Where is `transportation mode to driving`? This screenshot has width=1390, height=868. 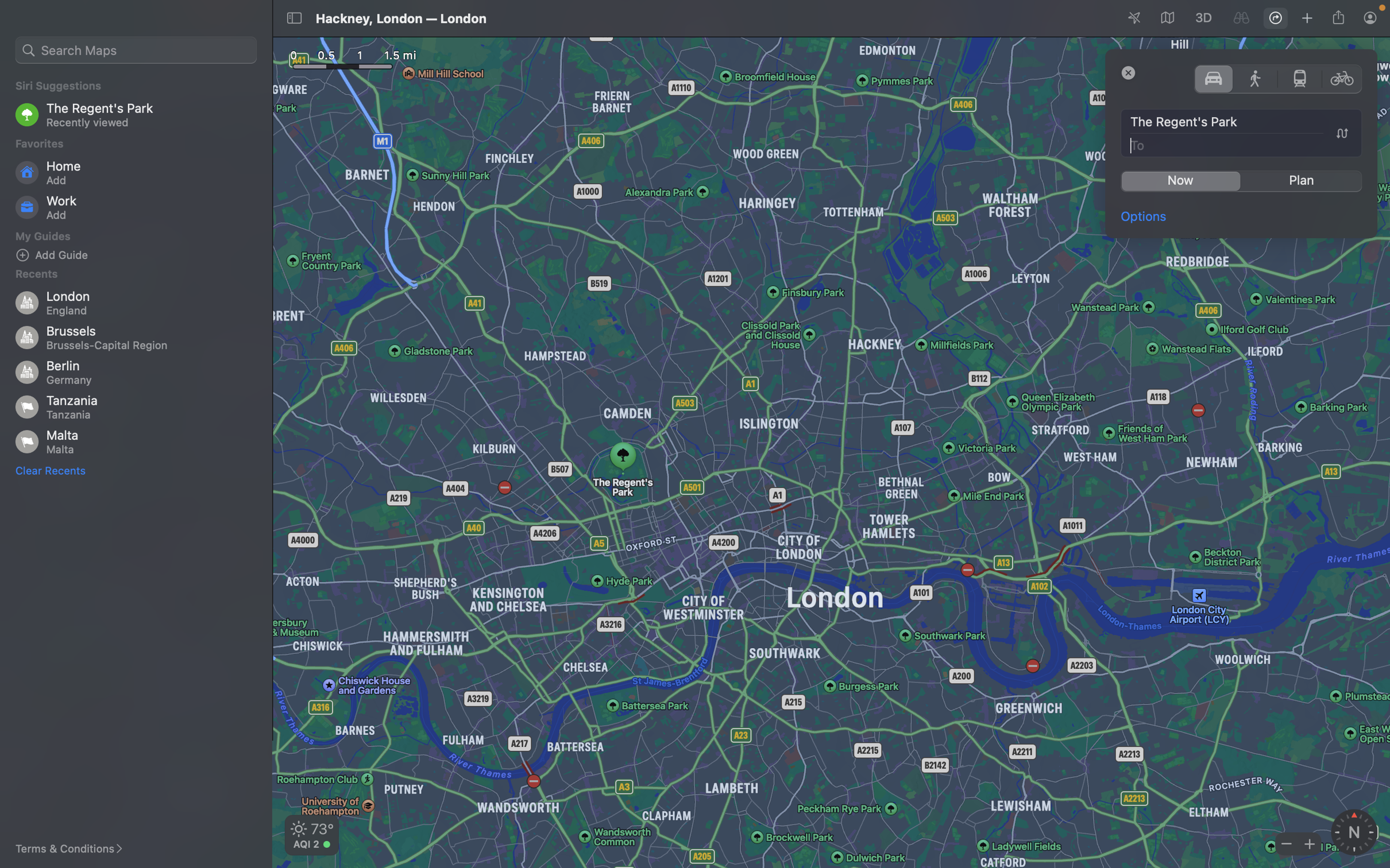 transportation mode to driving is located at coordinates (1213, 77).